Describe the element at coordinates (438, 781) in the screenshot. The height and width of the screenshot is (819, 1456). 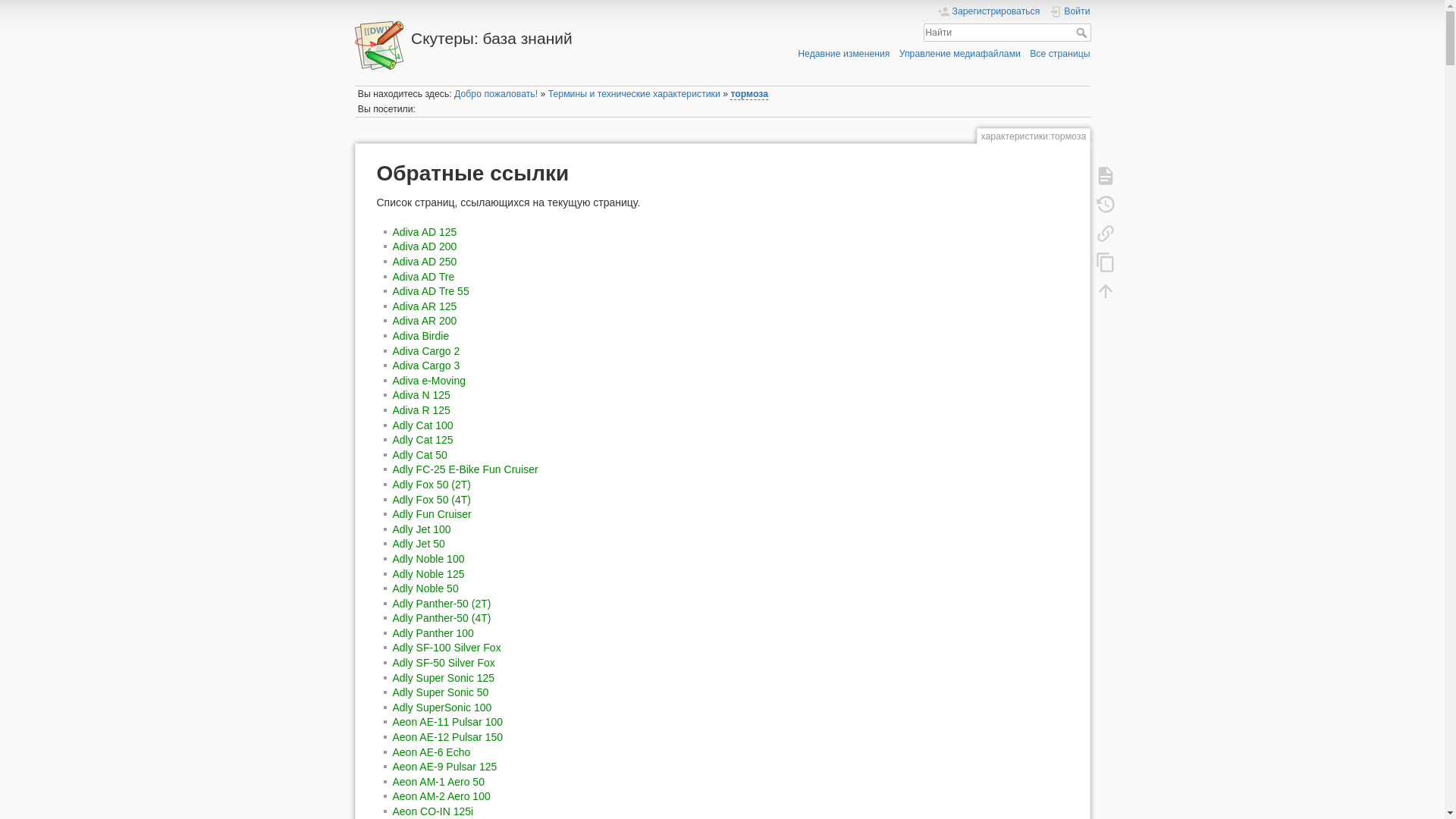
I see `'Aeon AM-1 Aero 50'` at that location.